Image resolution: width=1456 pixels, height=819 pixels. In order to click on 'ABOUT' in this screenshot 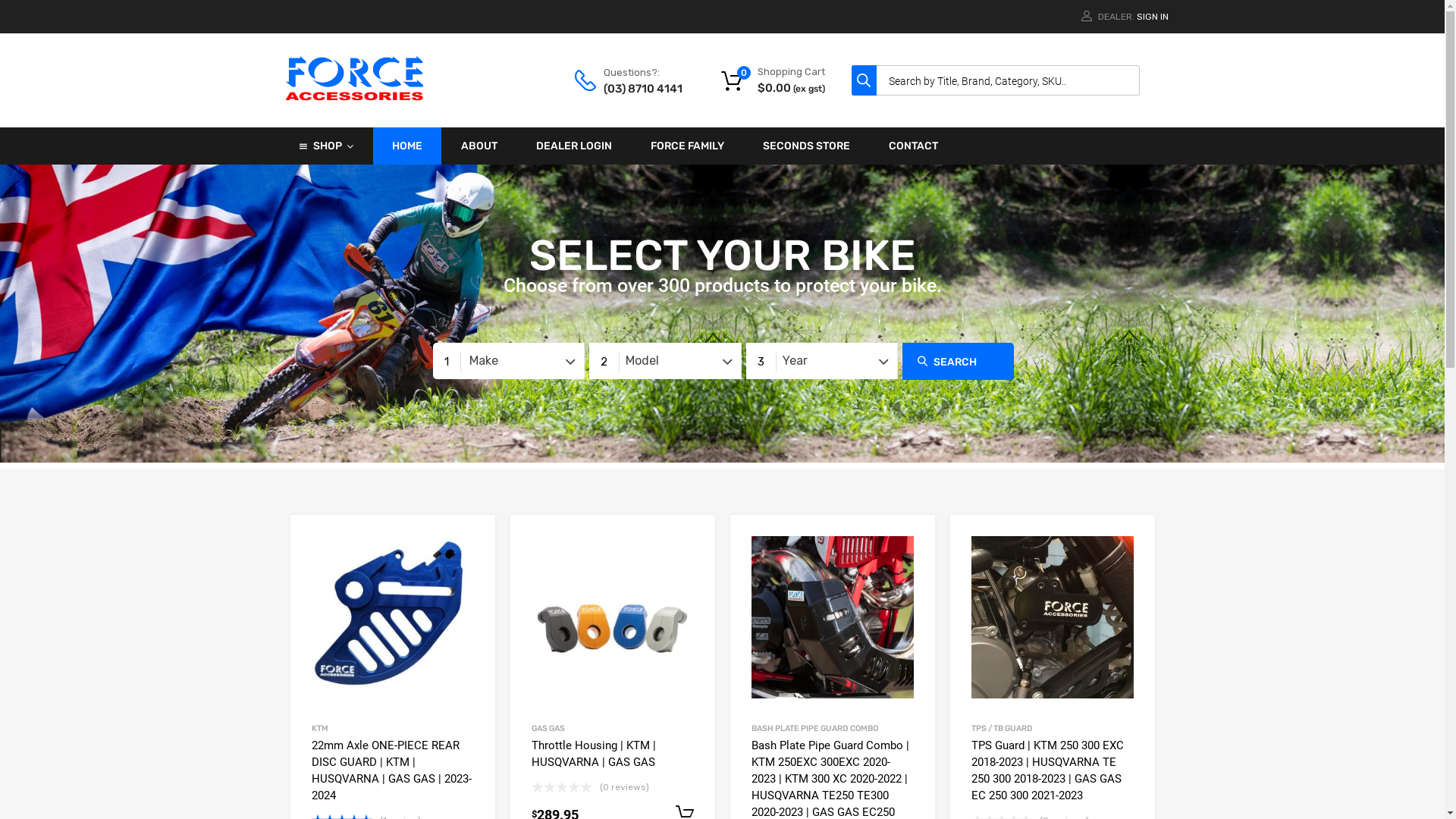, I will do `click(478, 146)`.